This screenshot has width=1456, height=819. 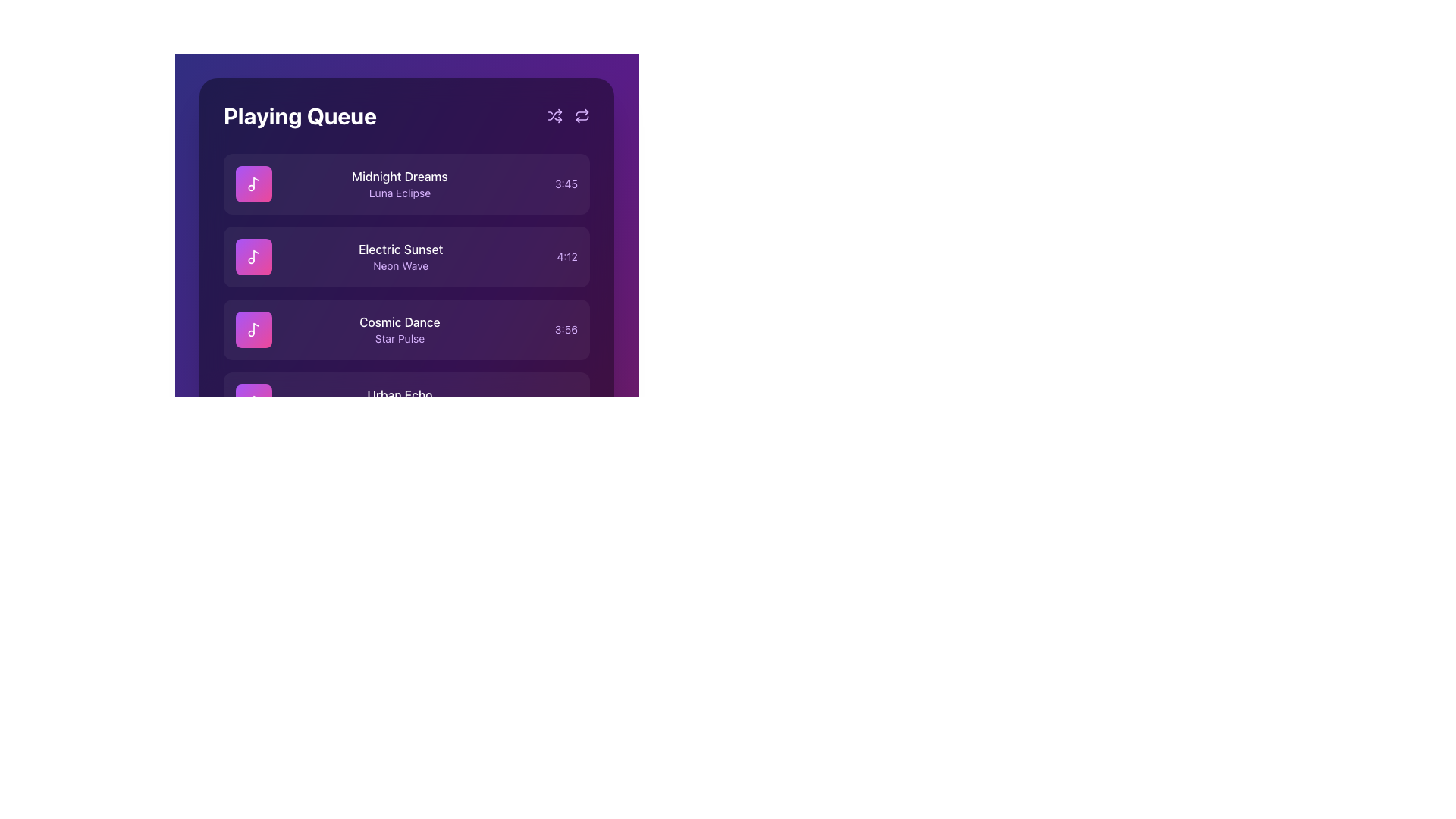 I want to click on the first interactive list item under the title 'Playing Queue', which features a colorful gradient icon with a music note, the title 'Midnight Dreams', subtitle 'Luna Eclipse', and a time duration of '3:45' to change its background visually, so click(x=406, y=184).